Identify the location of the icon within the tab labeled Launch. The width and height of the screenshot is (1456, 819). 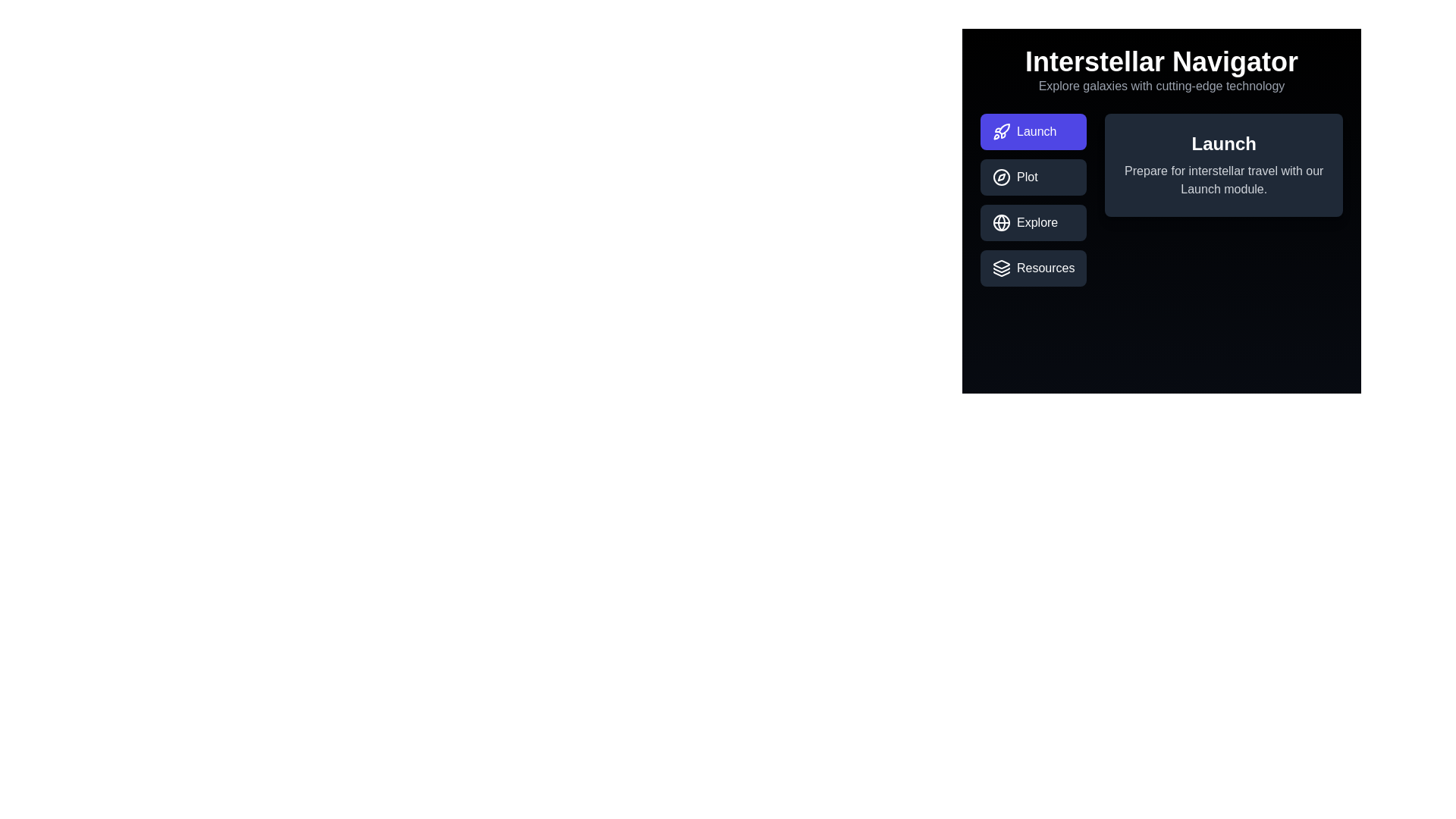
(1001, 130).